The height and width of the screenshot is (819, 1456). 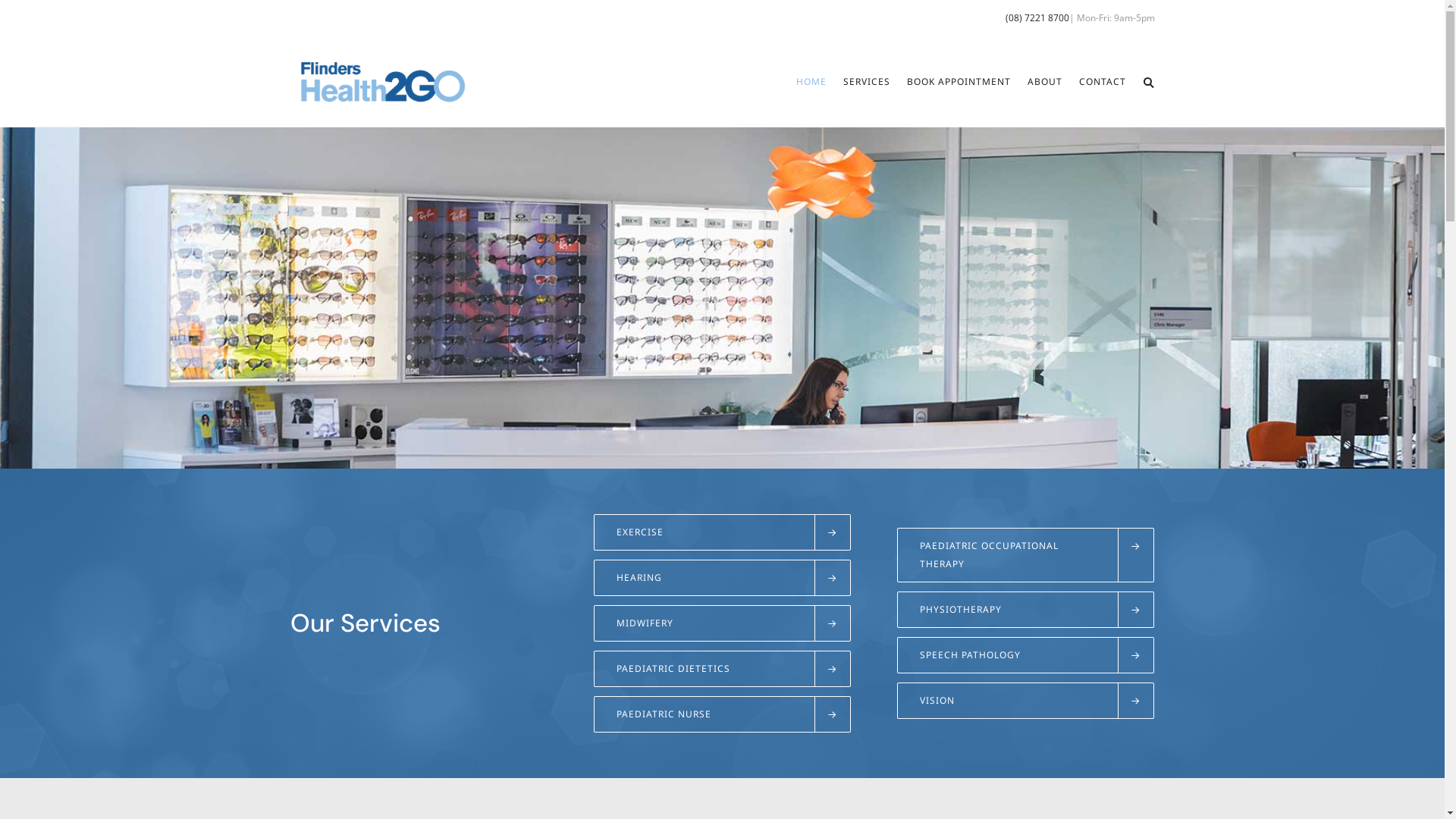 I want to click on 'PAEDIATRIC NURSE', so click(x=720, y=714).